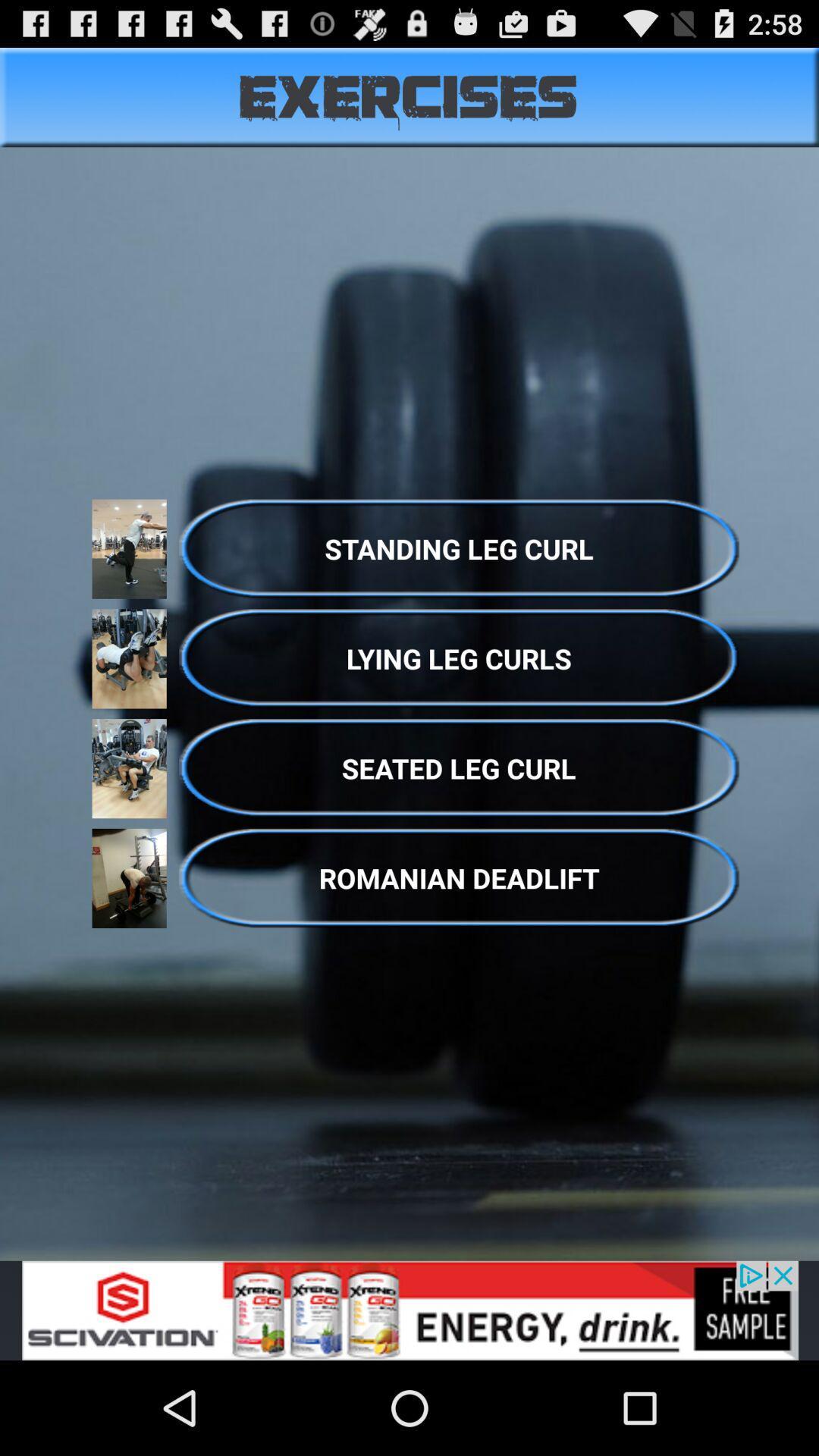  Describe the element at coordinates (409, 1310) in the screenshot. I see `advertising site` at that location.